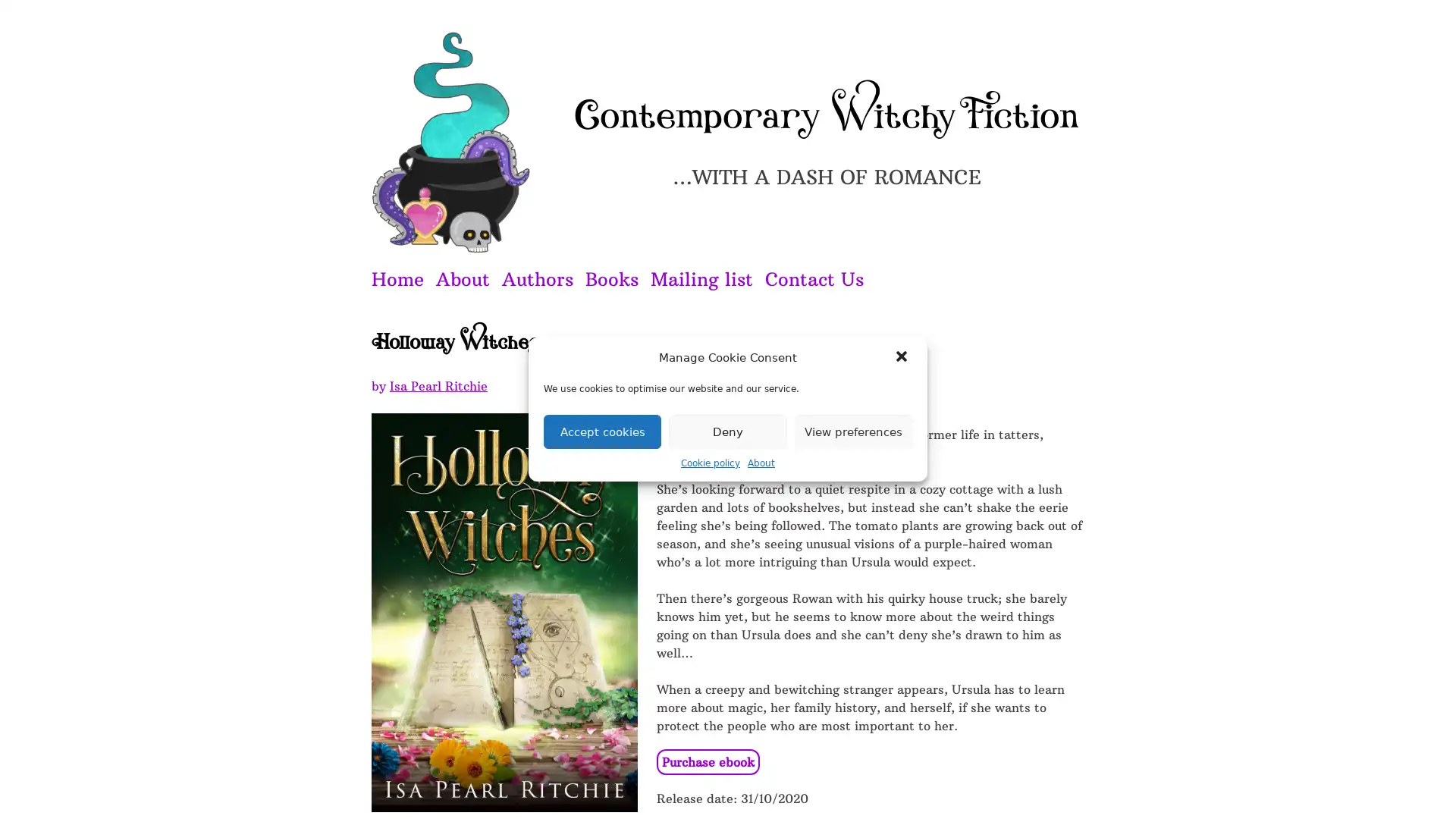 This screenshot has height=819, width=1456. What do you see at coordinates (726, 431) in the screenshot?
I see `Deny` at bounding box center [726, 431].